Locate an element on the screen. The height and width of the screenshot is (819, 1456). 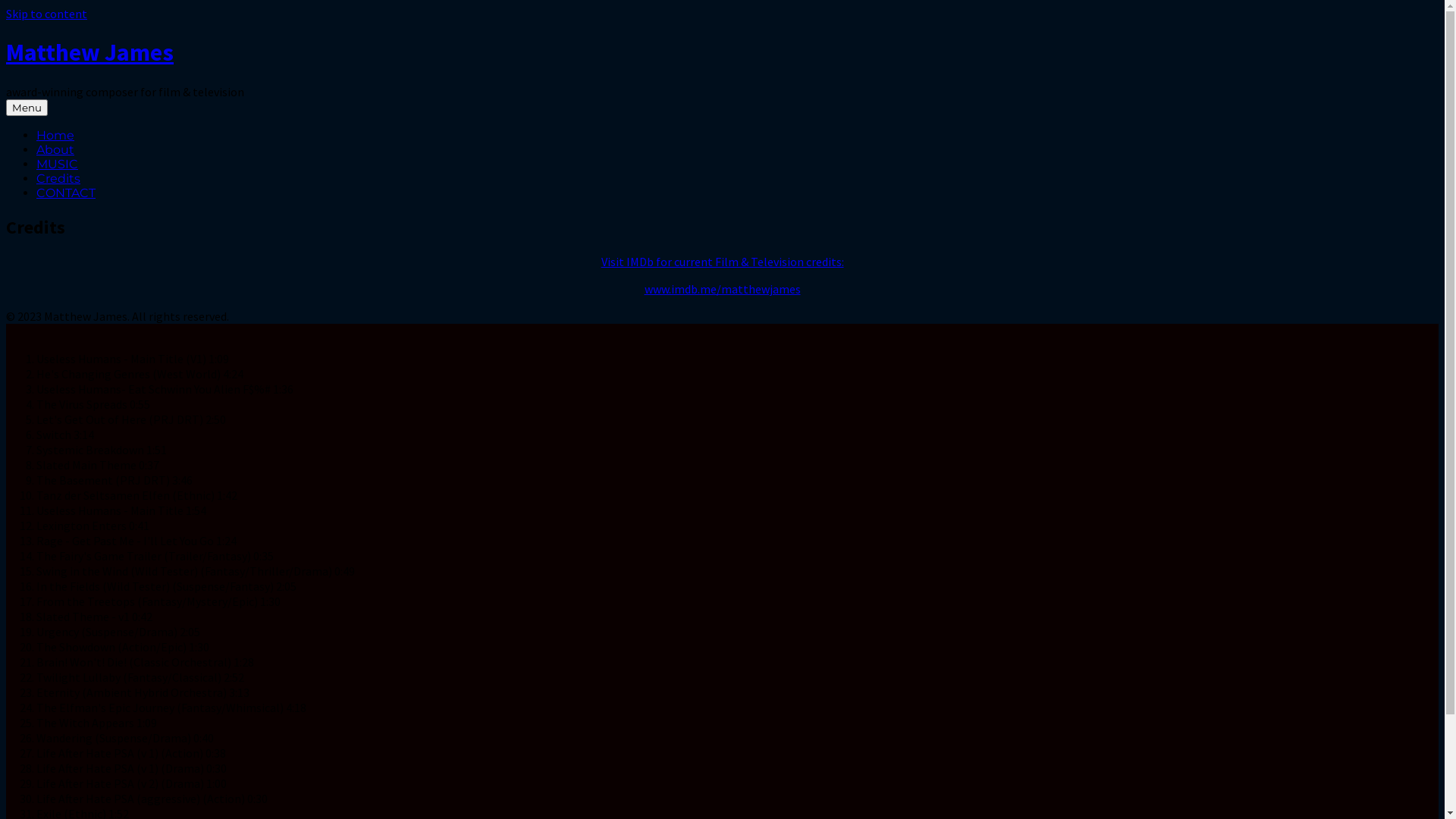
'Matthew James' is located at coordinates (89, 52).